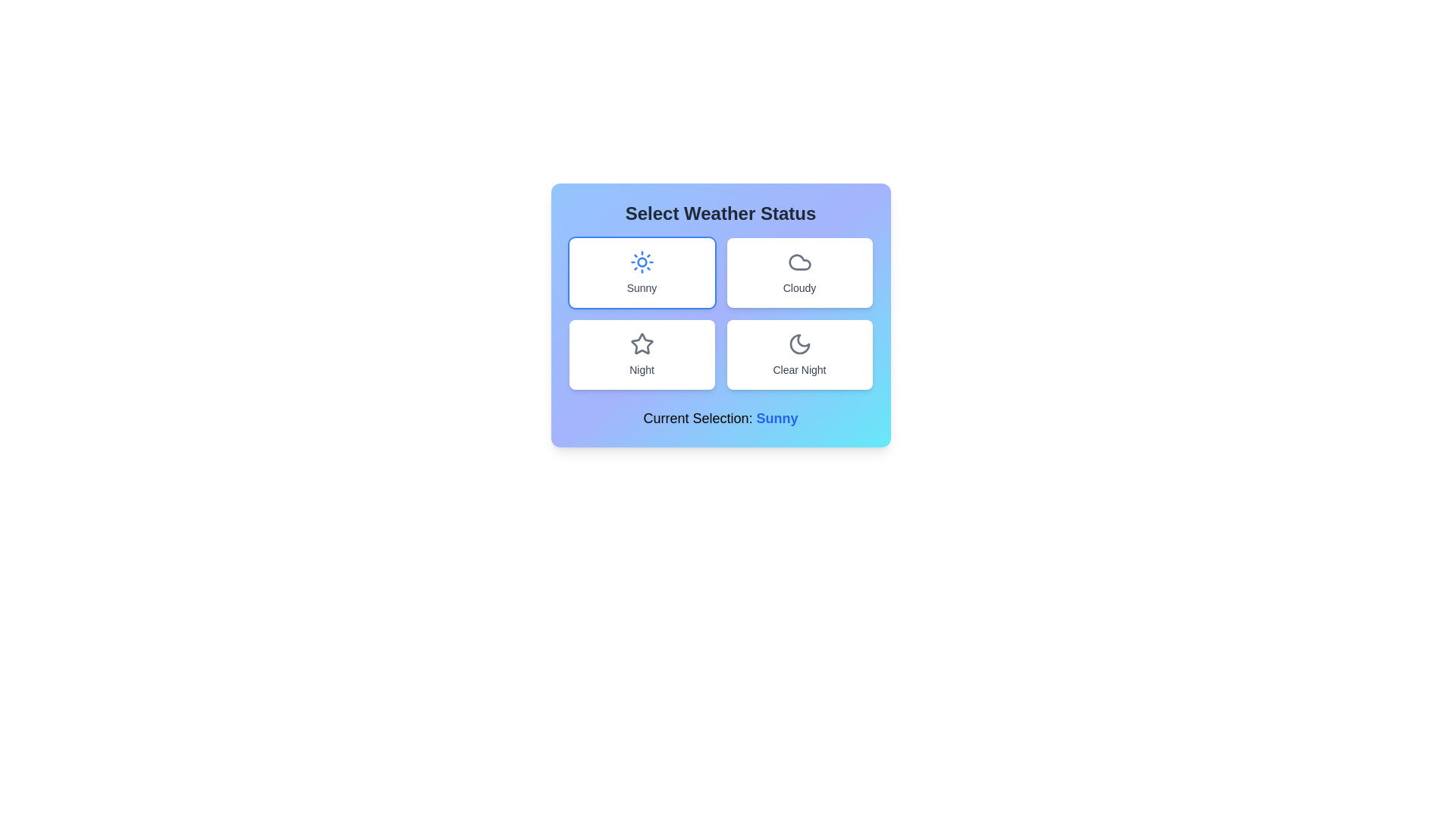 Image resolution: width=1456 pixels, height=819 pixels. I want to click on the star-shaped icon within the 'Night' button, located in the bottom-left corner of the weather selection panel, so click(641, 343).